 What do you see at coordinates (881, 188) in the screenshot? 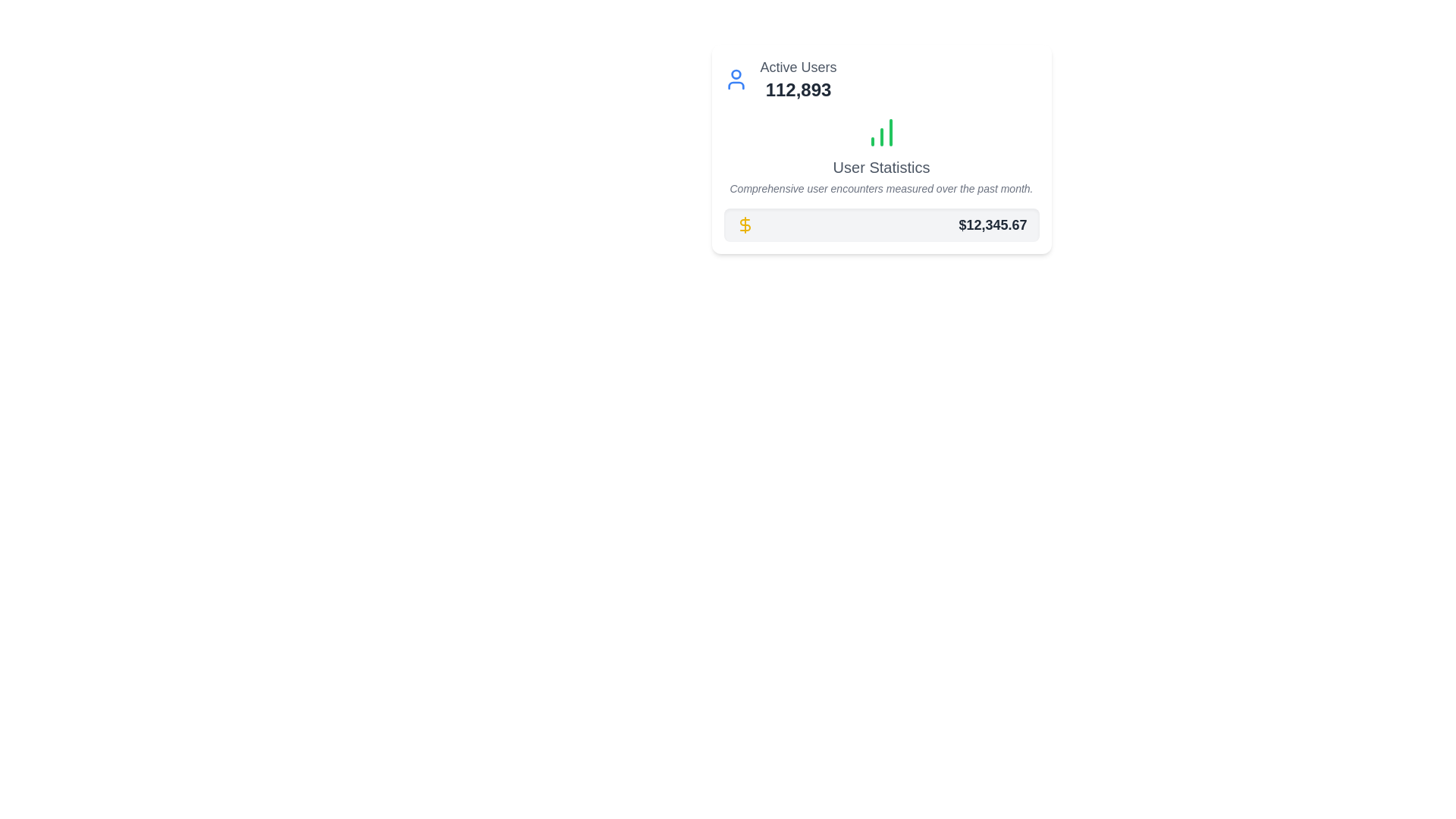
I see `supplementary description text label located directly beneath the 'User Statistics' title, which provides context about the data presented` at bounding box center [881, 188].